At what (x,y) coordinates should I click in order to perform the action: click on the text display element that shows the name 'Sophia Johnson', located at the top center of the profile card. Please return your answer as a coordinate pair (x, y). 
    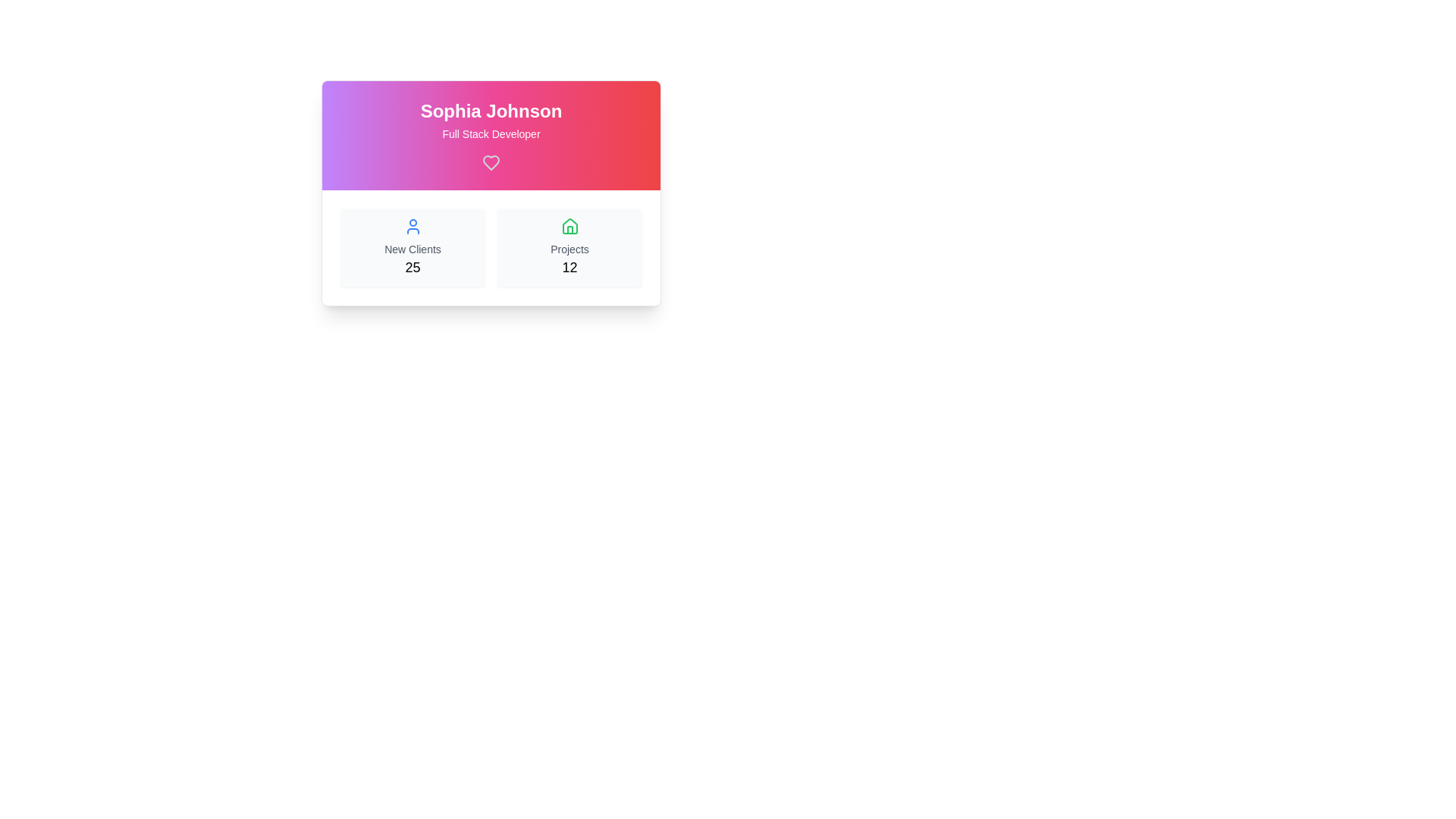
    Looking at the image, I should click on (491, 110).